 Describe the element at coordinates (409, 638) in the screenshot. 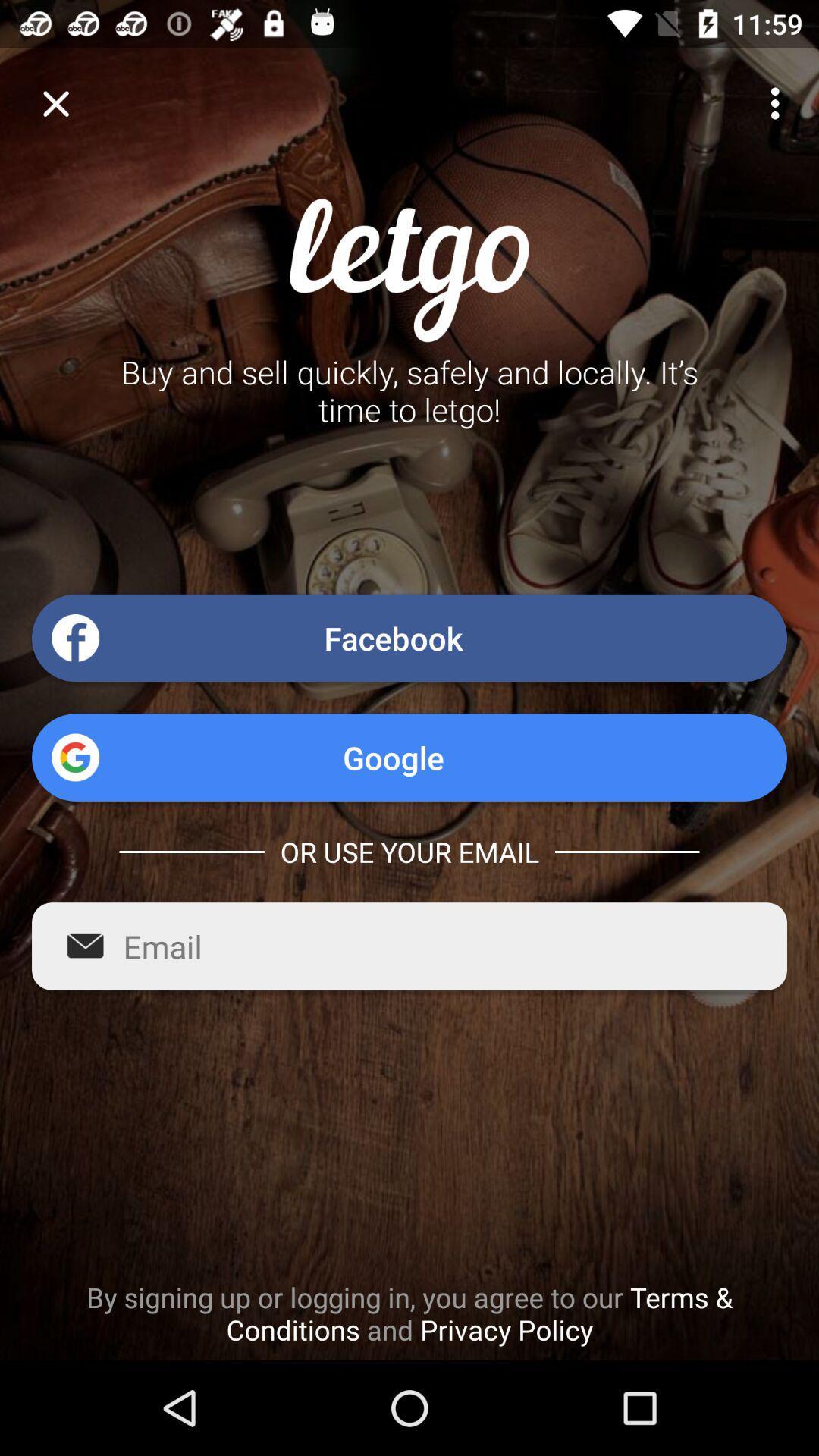

I see `item below buy and sell` at that location.